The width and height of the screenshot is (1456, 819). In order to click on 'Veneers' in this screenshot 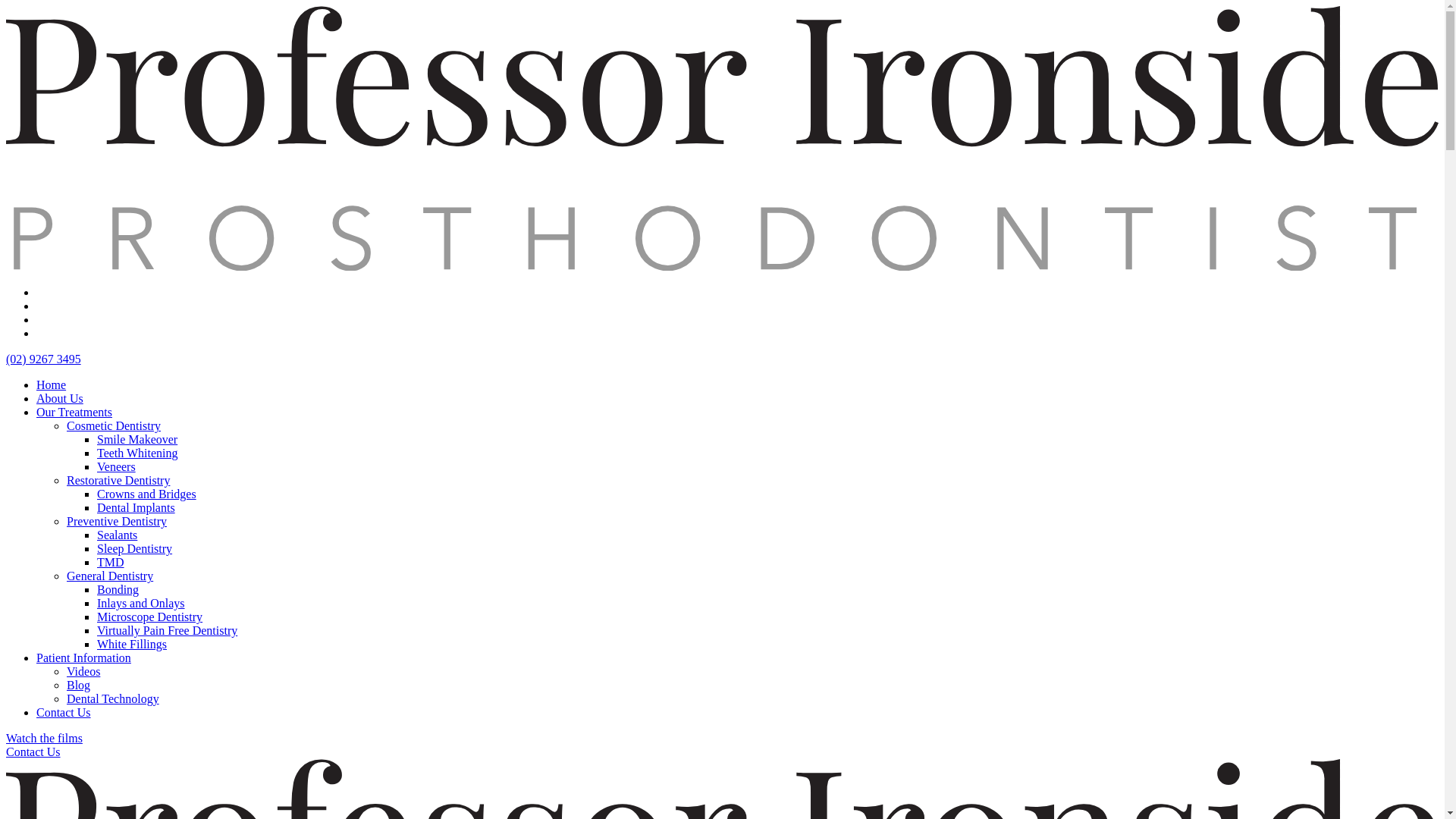, I will do `click(115, 466)`.